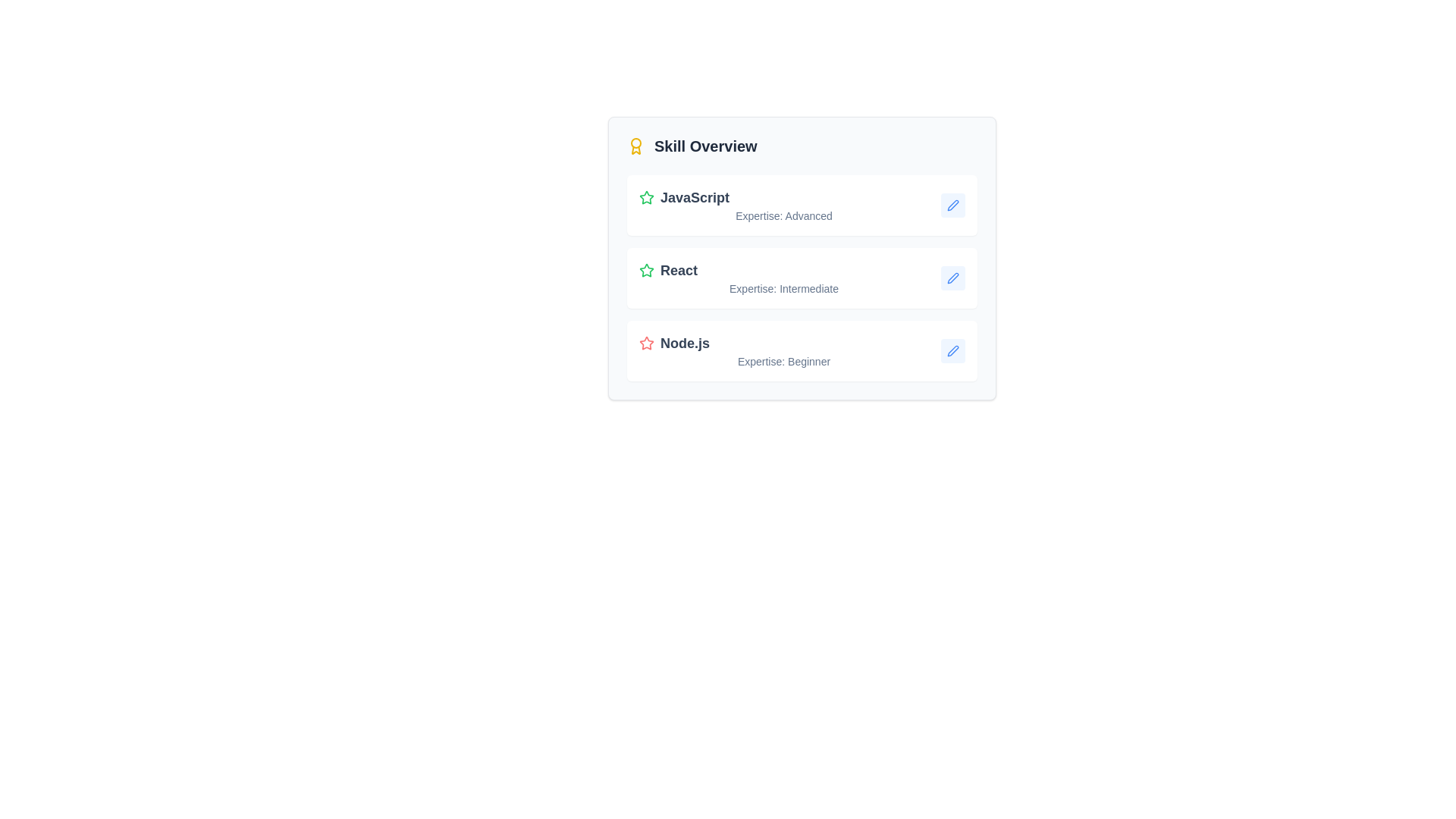 The height and width of the screenshot is (819, 1456). Describe the element at coordinates (952, 278) in the screenshot. I see `the SVG icon styled as a pen located within the second item of the vertical list in the 'Skill Overview' panel` at that location.